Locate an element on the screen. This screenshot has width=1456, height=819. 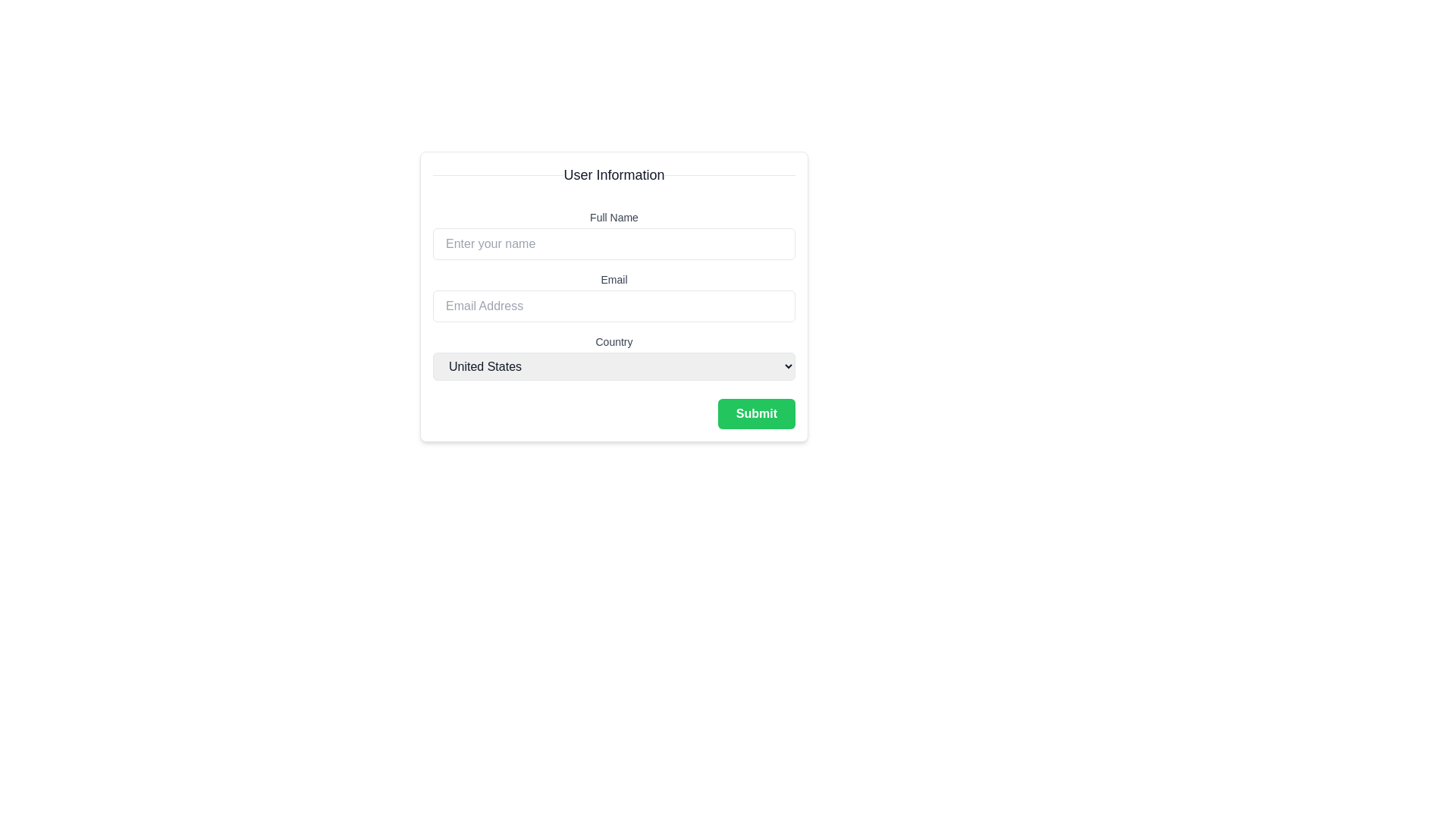
the form submission button located at the bottom-right of the form is located at coordinates (756, 414).